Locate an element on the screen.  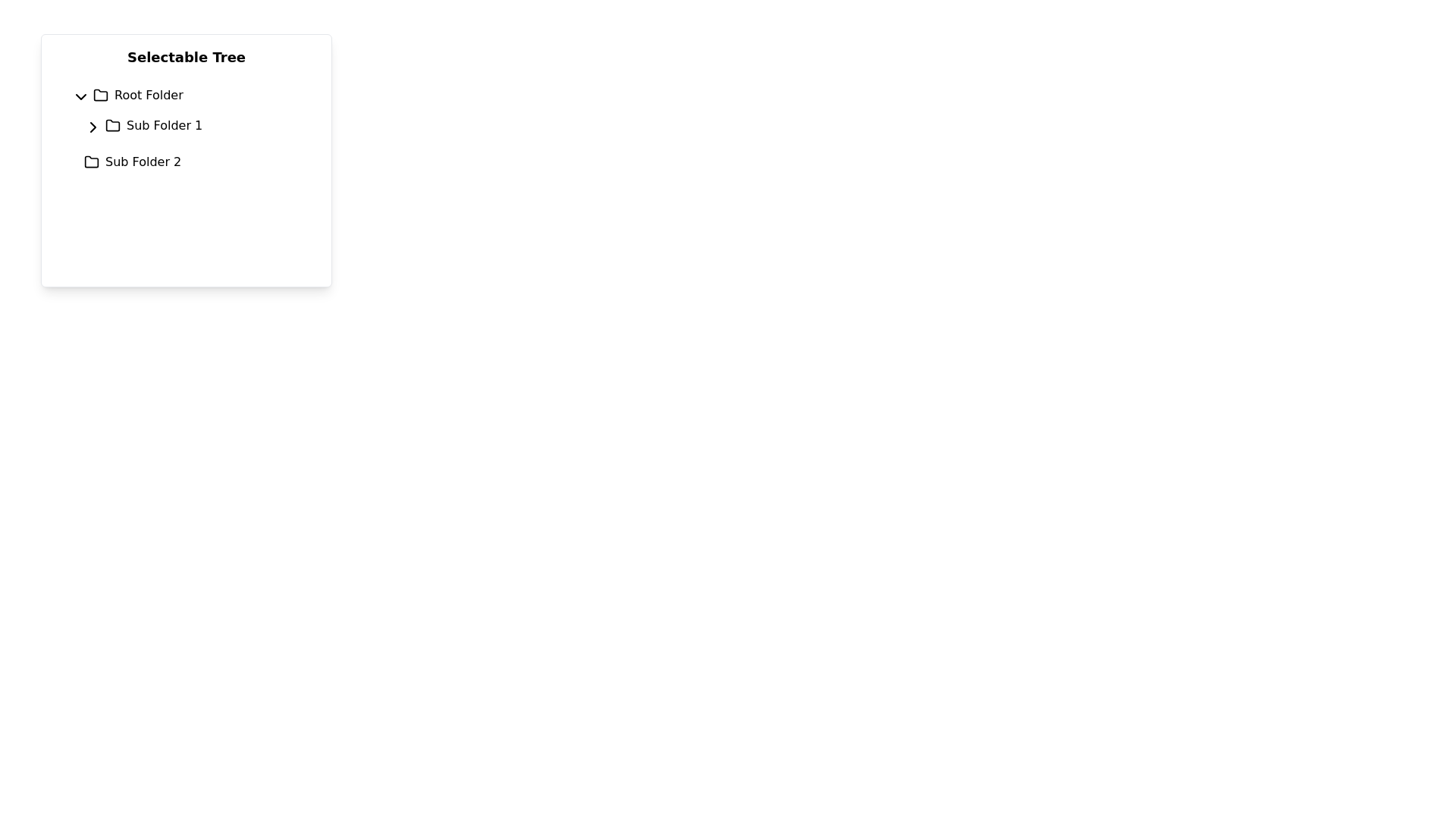
the SVG icon resembling a folder, which has a black outline and is positioned to the left of the text 'Sub Folder 2' is located at coordinates (90, 162).